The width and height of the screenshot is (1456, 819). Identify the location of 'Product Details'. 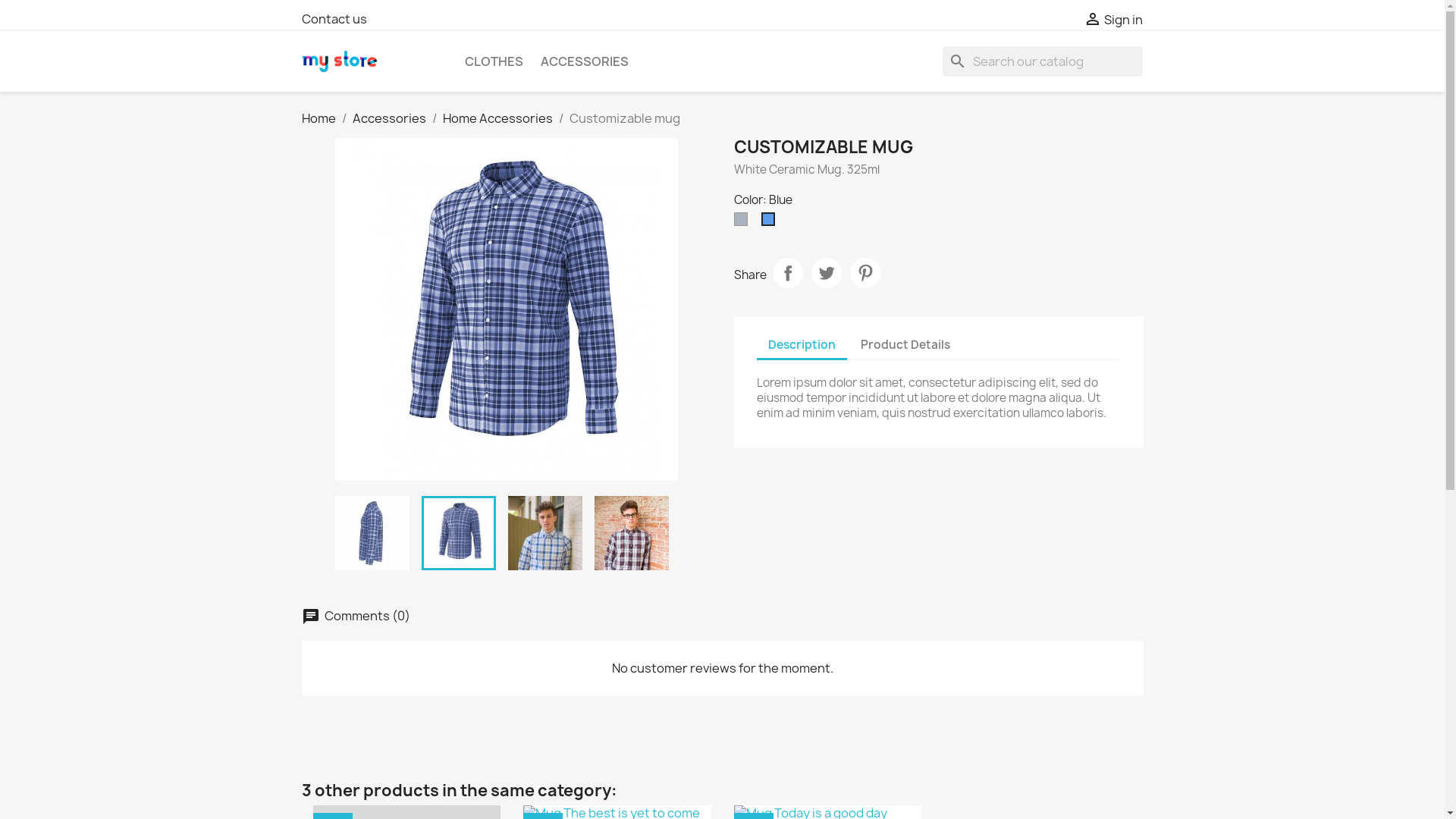
(905, 344).